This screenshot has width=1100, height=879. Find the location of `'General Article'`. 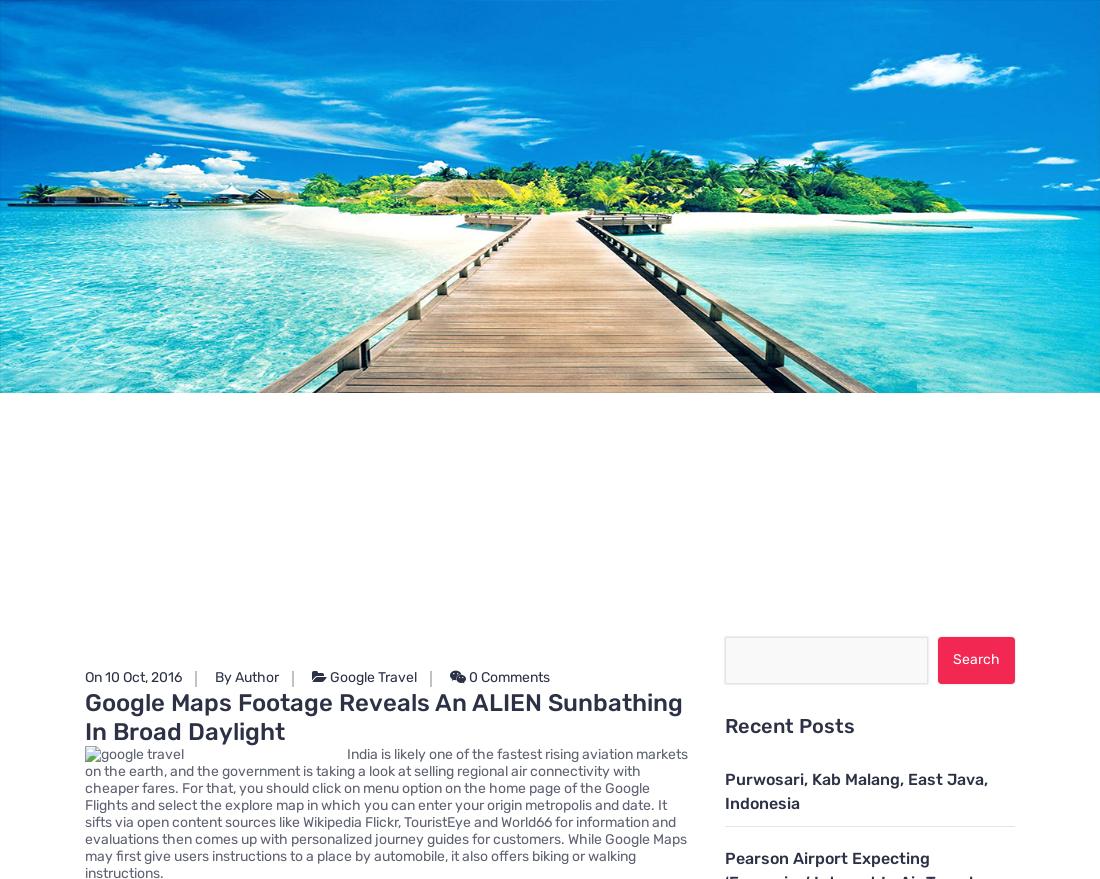

'General Article' is located at coordinates (891, 513).